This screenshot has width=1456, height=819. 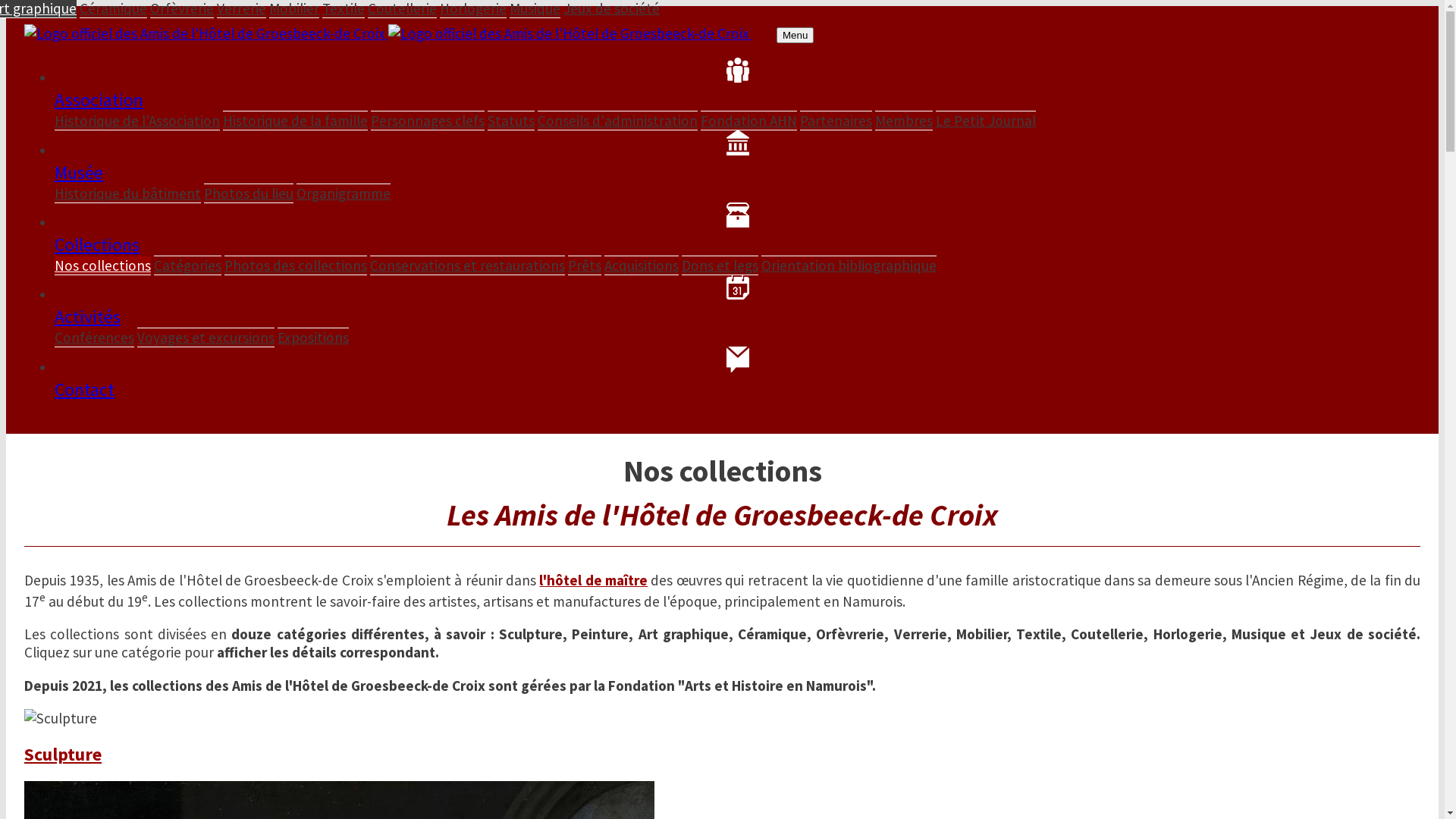 What do you see at coordinates (986, 119) in the screenshot?
I see `'Le Petit Journal'` at bounding box center [986, 119].